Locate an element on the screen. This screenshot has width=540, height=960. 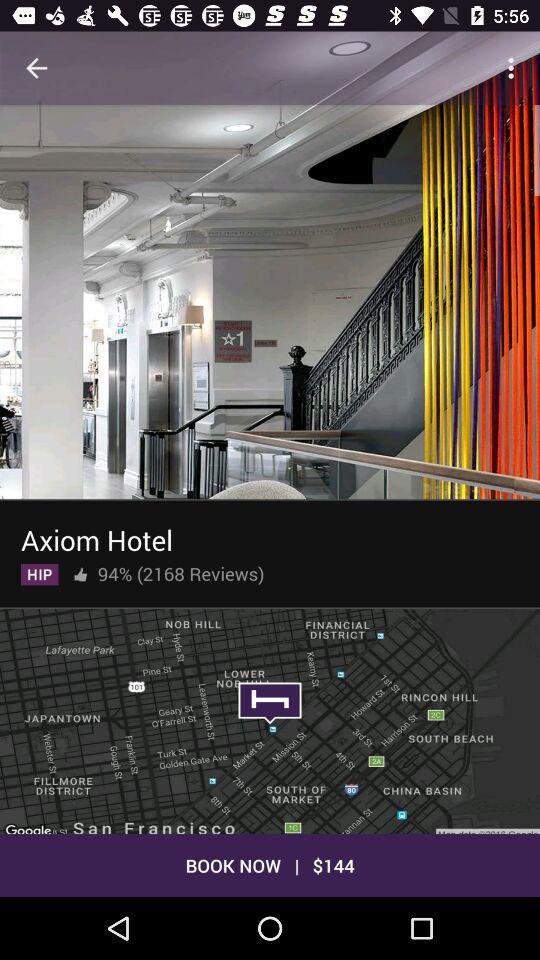
the item below axiom hotel icon is located at coordinates (79, 570).